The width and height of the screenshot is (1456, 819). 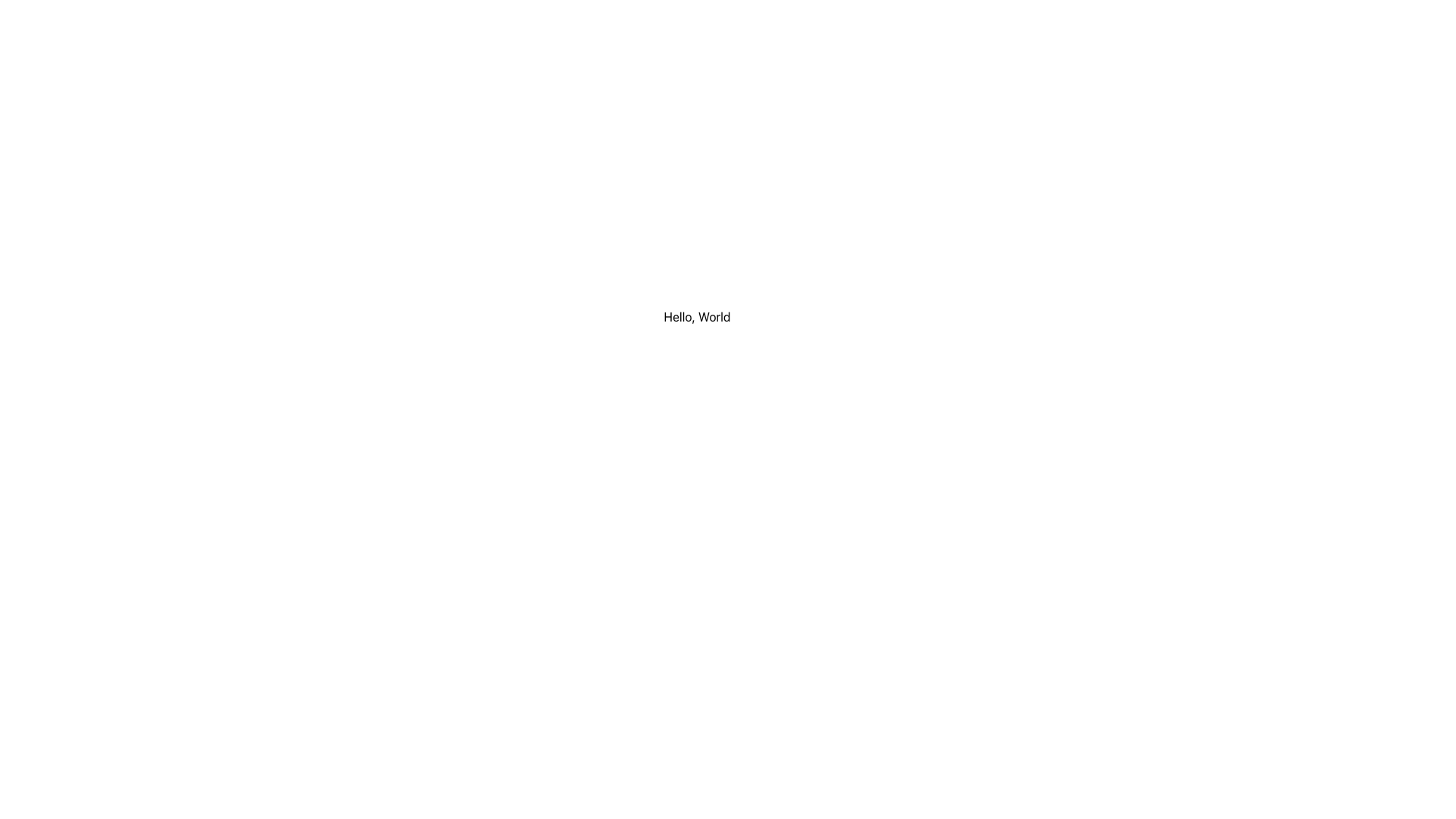 I want to click on the Label or Text Display Component that displays the phrase 'Hello, World' on a white background, so click(x=696, y=315).